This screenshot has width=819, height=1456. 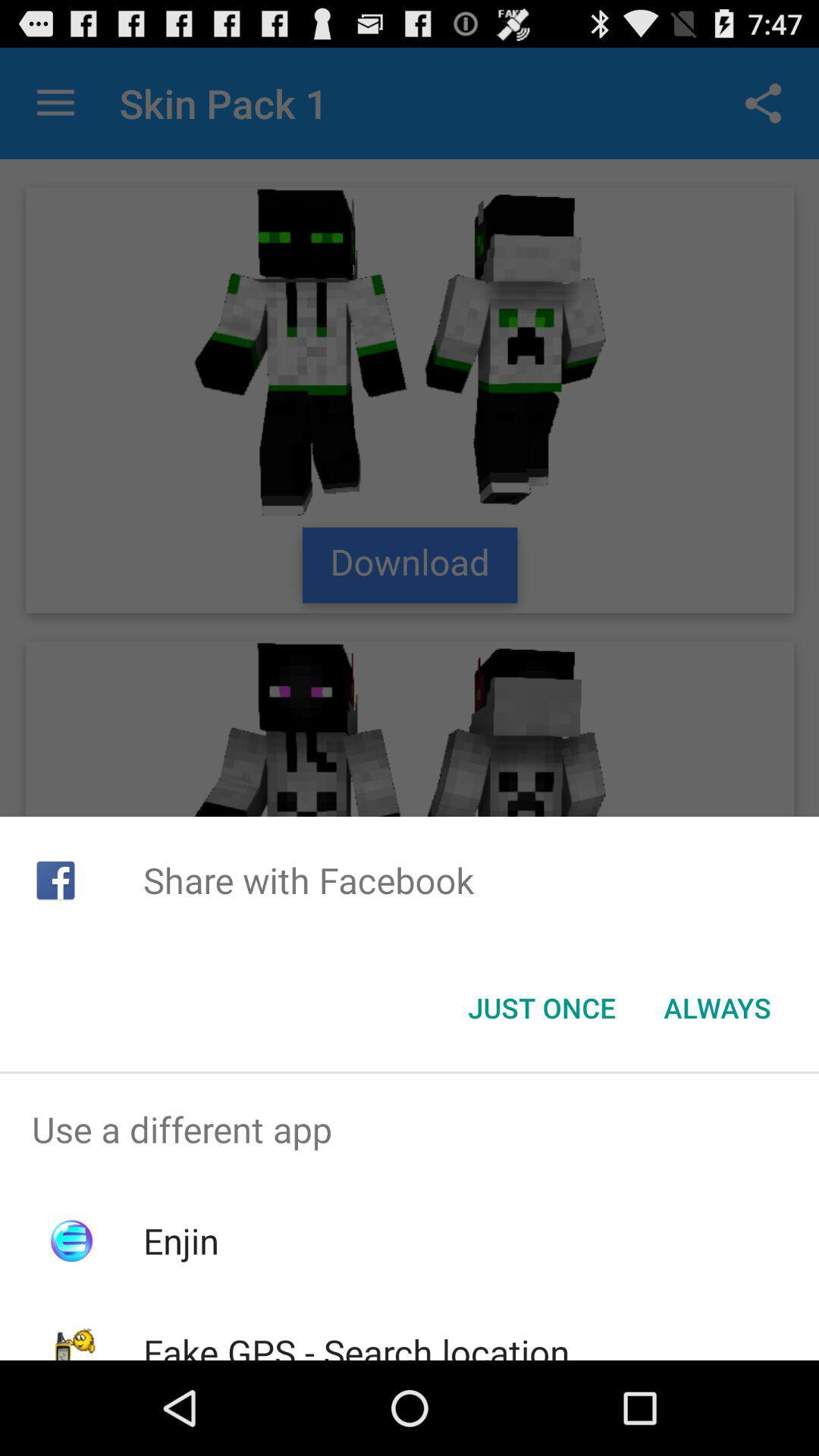 What do you see at coordinates (180, 1241) in the screenshot?
I see `item below use a different icon` at bounding box center [180, 1241].